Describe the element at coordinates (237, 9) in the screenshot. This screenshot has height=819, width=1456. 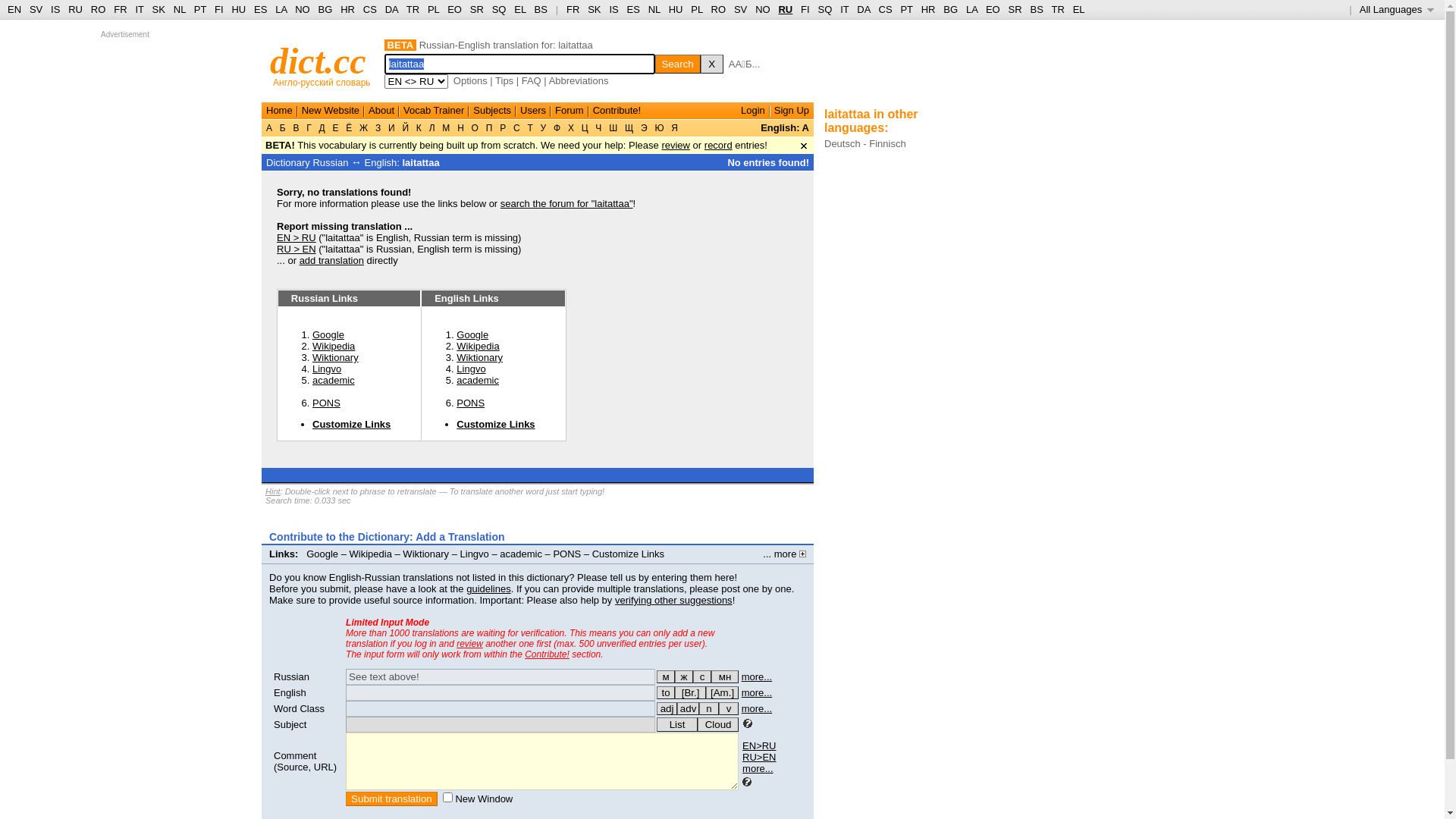
I see `'HU'` at that location.